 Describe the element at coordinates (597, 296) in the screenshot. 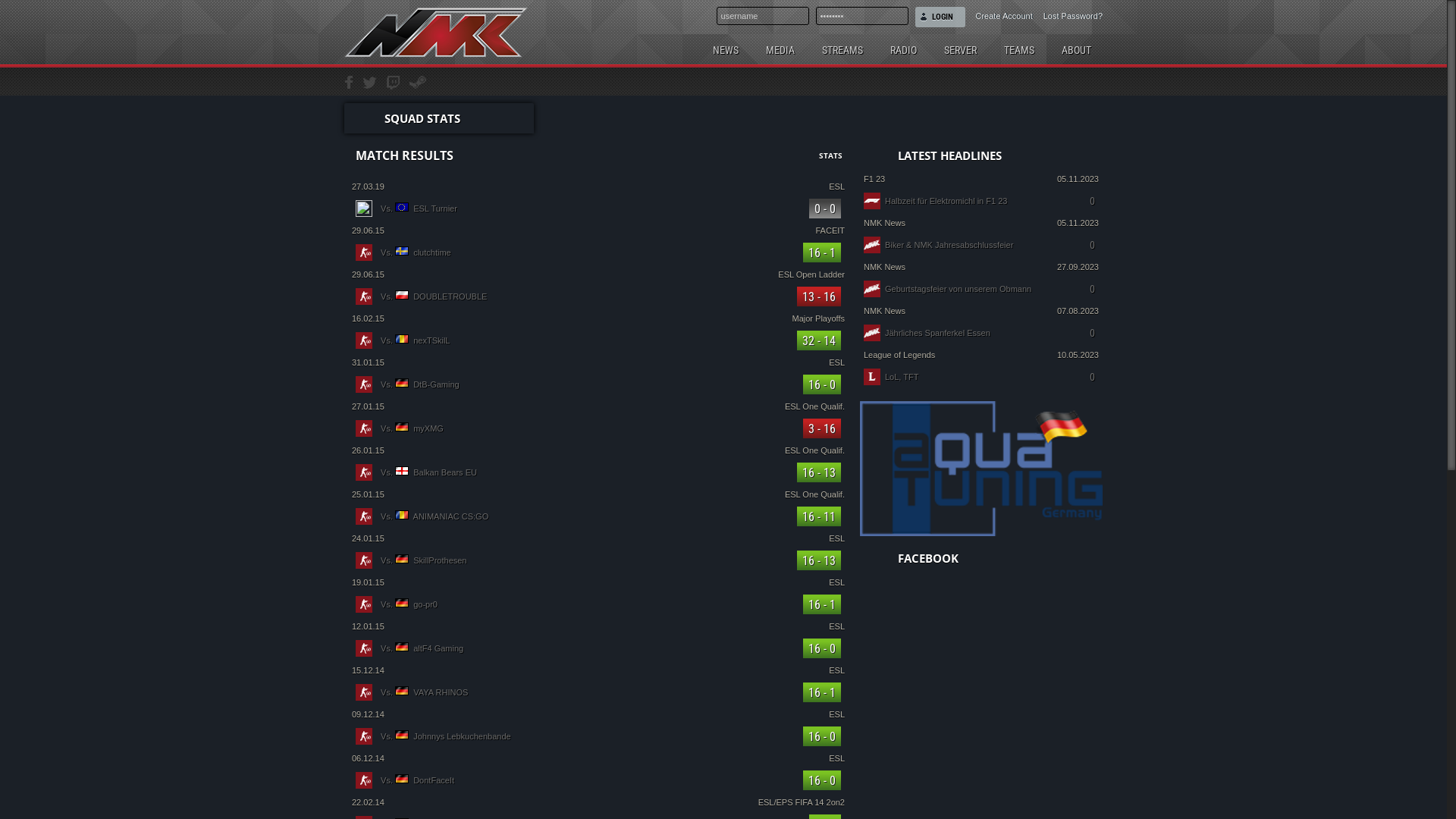

I see `'  Vs.   DOUBLETROUBLE` at that location.